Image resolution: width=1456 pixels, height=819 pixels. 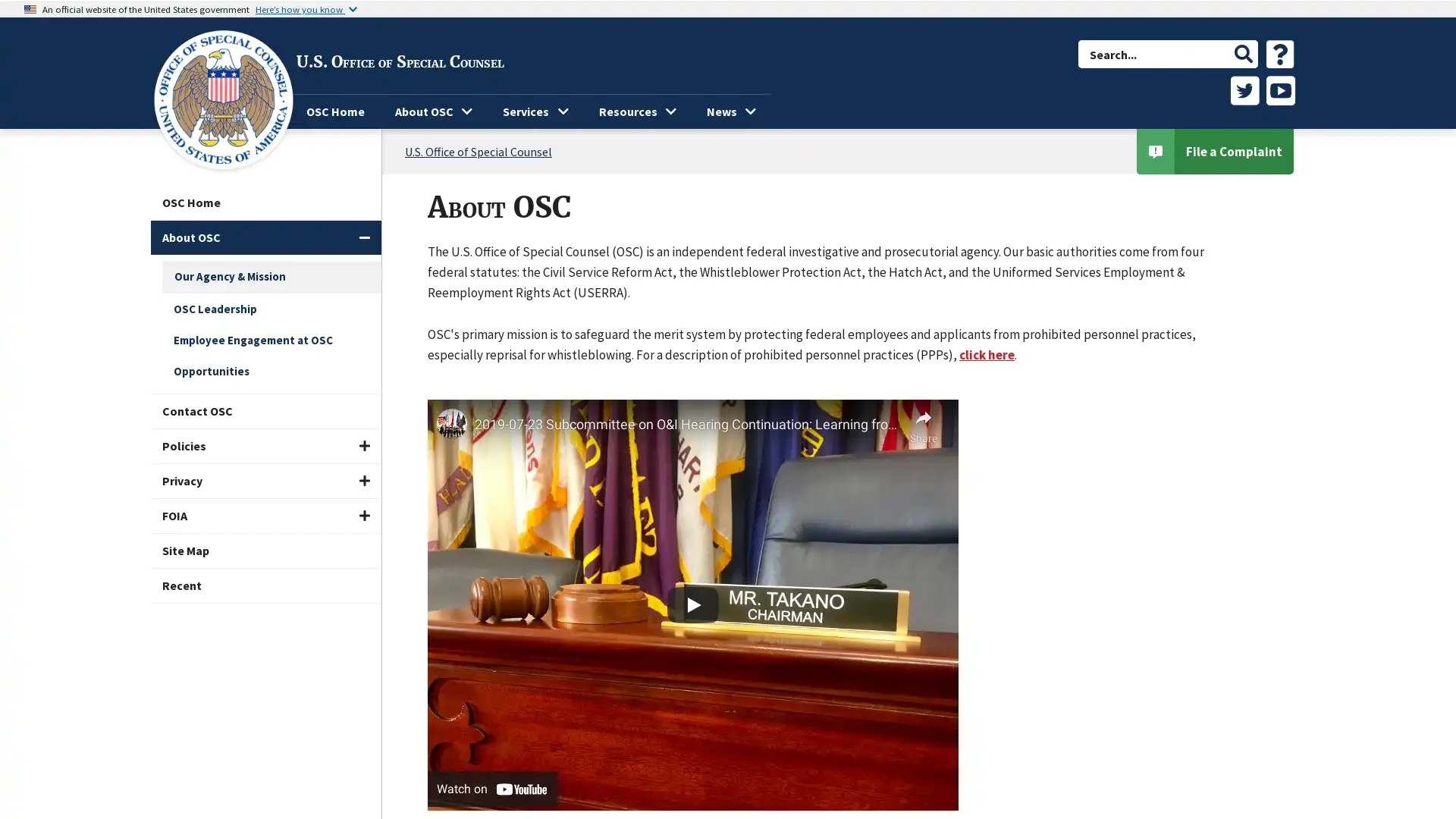 I want to click on Services, so click(x=535, y=111).